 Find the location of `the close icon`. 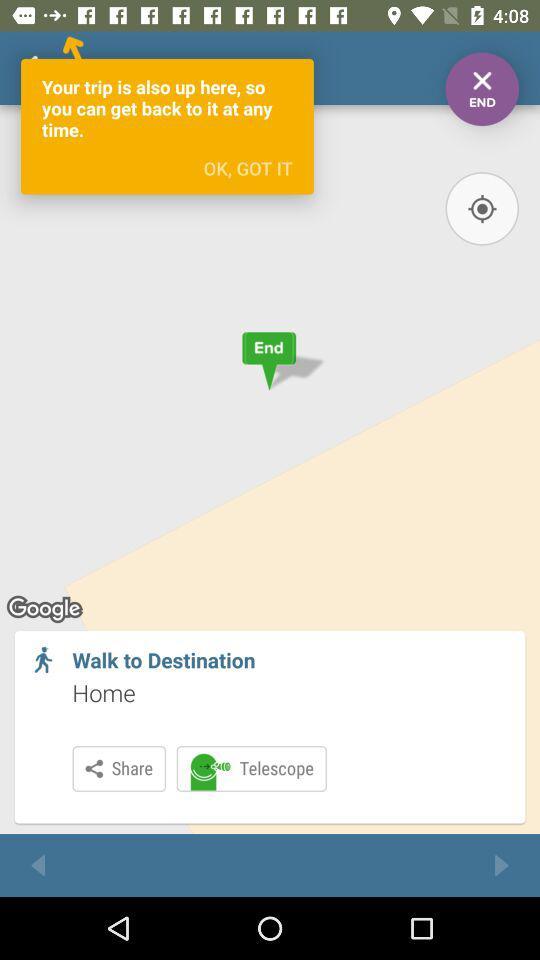

the close icon is located at coordinates (481, 89).